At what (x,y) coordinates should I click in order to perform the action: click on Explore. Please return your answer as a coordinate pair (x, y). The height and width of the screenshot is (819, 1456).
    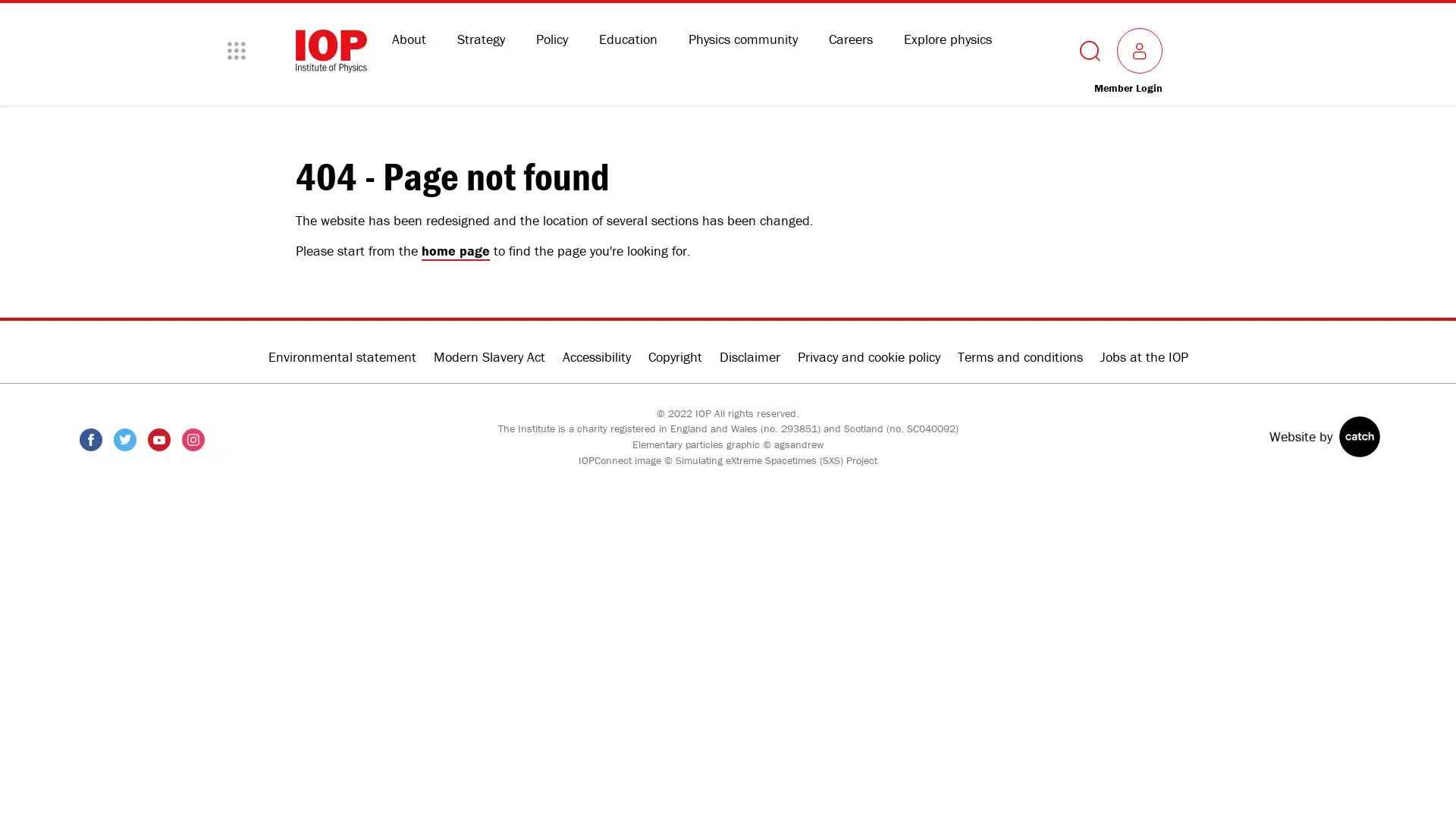
    Looking at the image, I should click on (236, 49).